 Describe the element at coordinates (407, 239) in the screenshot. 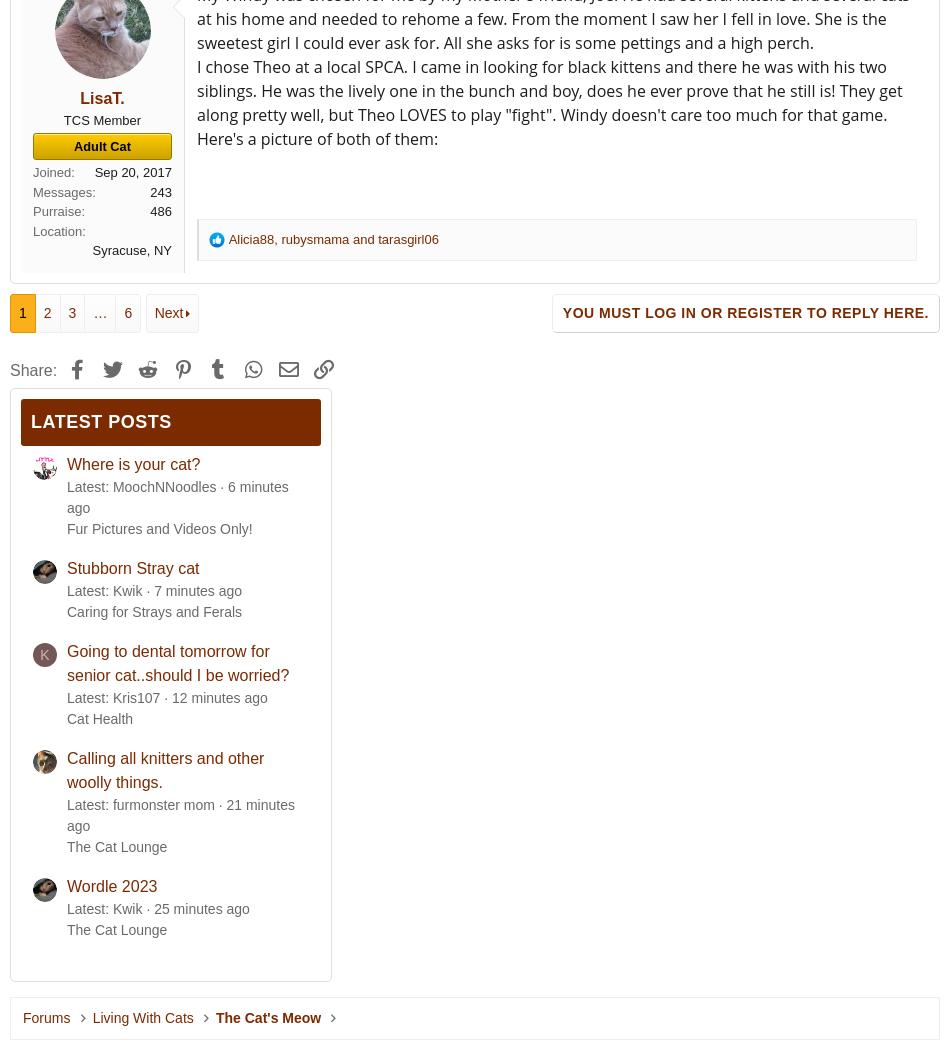

I see `'tarasgirl06'` at that location.